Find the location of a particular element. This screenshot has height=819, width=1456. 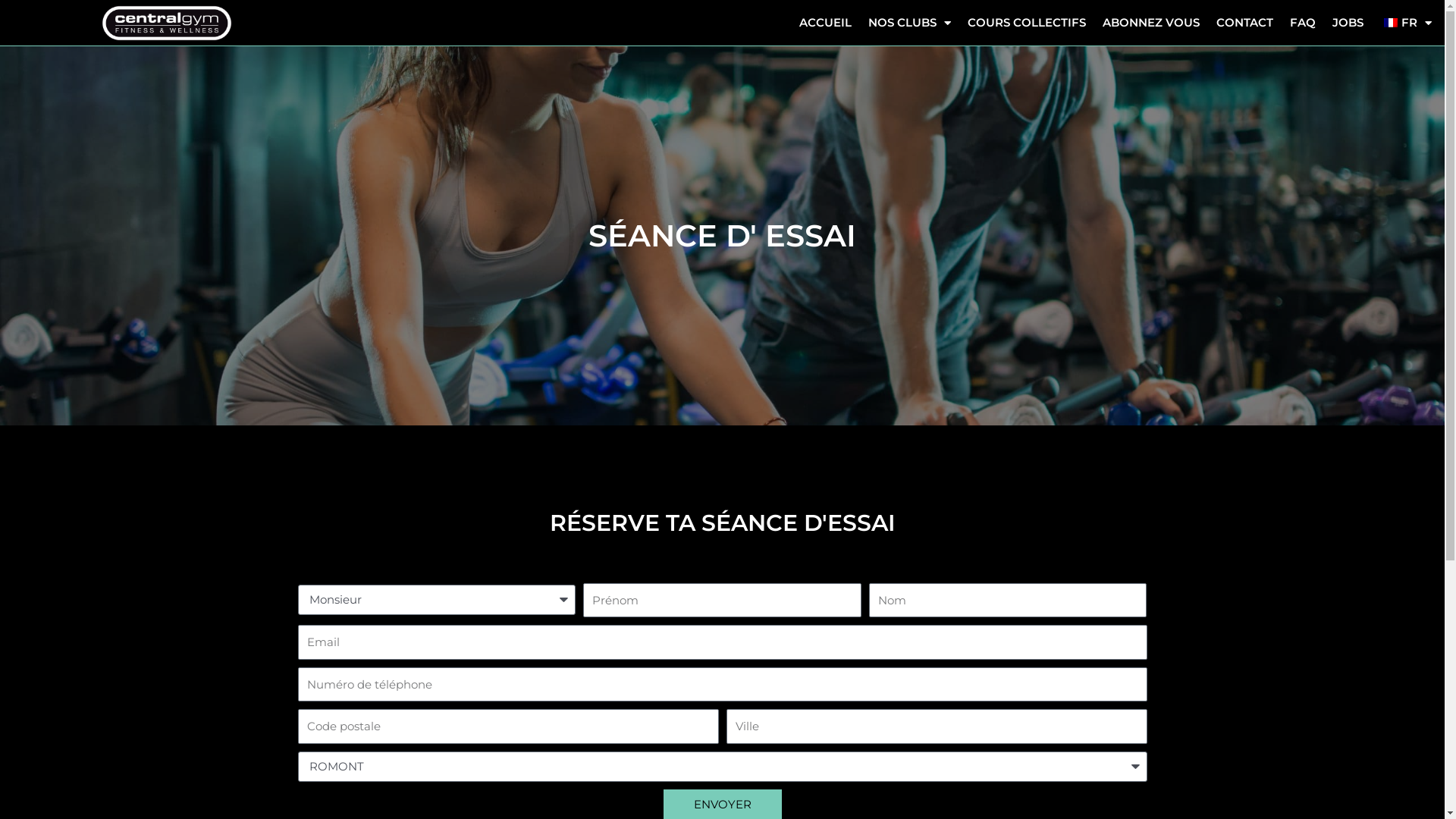

'ABONNEZ VOUS' is located at coordinates (1150, 23).